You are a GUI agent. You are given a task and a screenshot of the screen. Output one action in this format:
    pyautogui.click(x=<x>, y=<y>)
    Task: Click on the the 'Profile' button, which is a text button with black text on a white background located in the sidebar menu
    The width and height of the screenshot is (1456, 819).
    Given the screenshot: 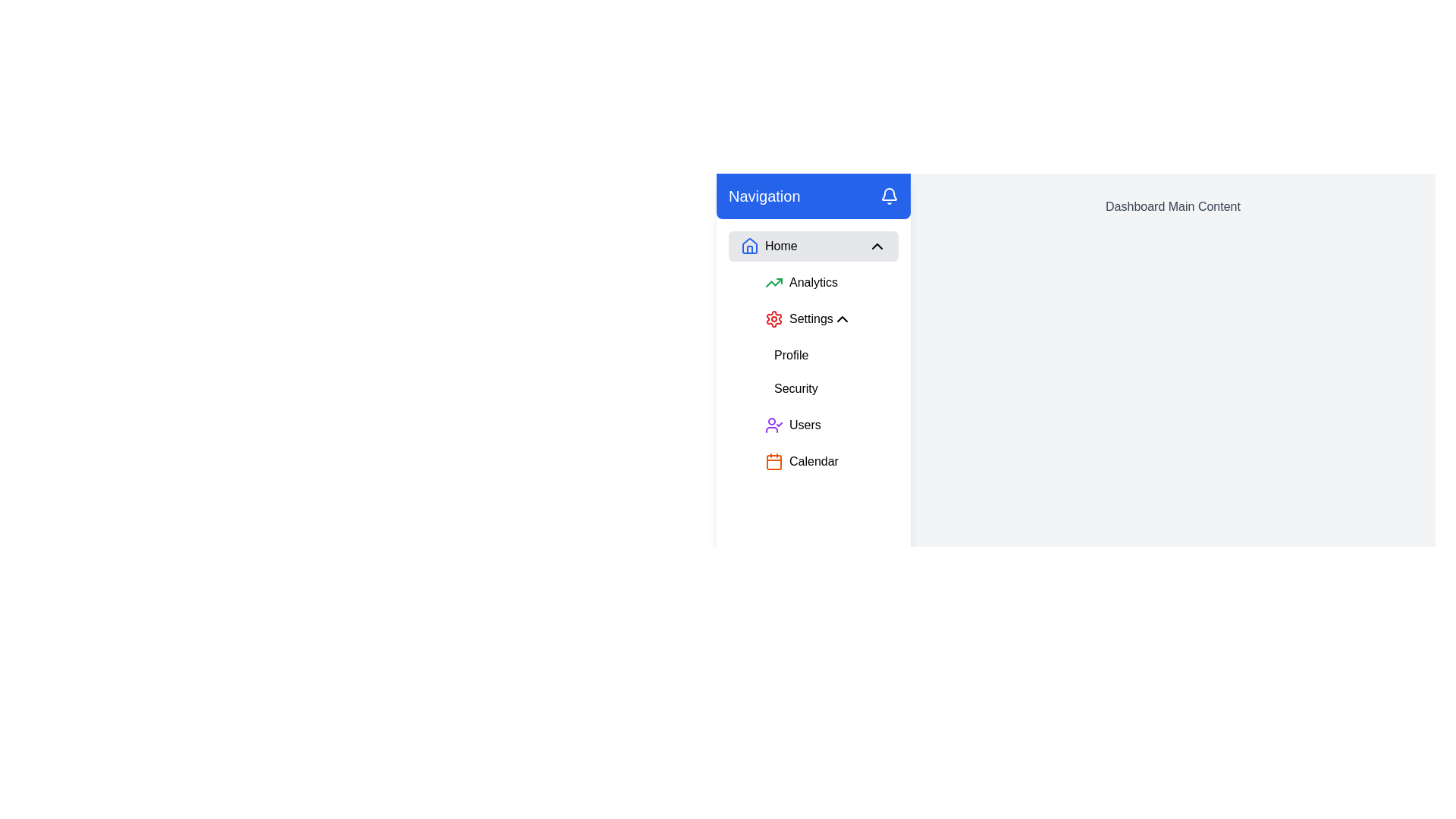 What is the action you would take?
    pyautogui.click(x=790, y=356)
    